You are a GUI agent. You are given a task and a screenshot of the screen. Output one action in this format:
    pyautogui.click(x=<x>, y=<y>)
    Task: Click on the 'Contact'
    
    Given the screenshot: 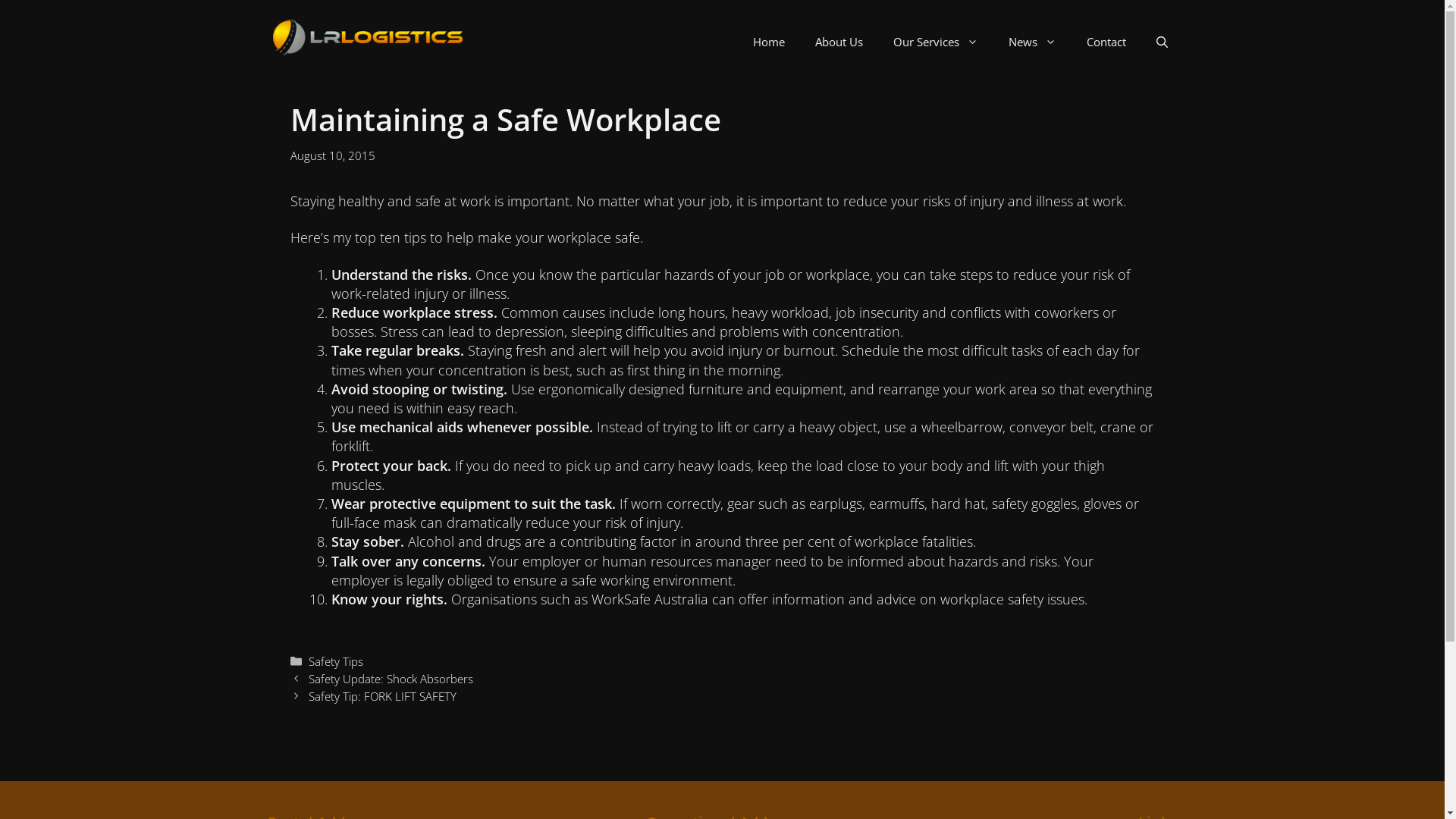 What is the action you would take?
    pyautogui.click(x=1106, y=40)
    